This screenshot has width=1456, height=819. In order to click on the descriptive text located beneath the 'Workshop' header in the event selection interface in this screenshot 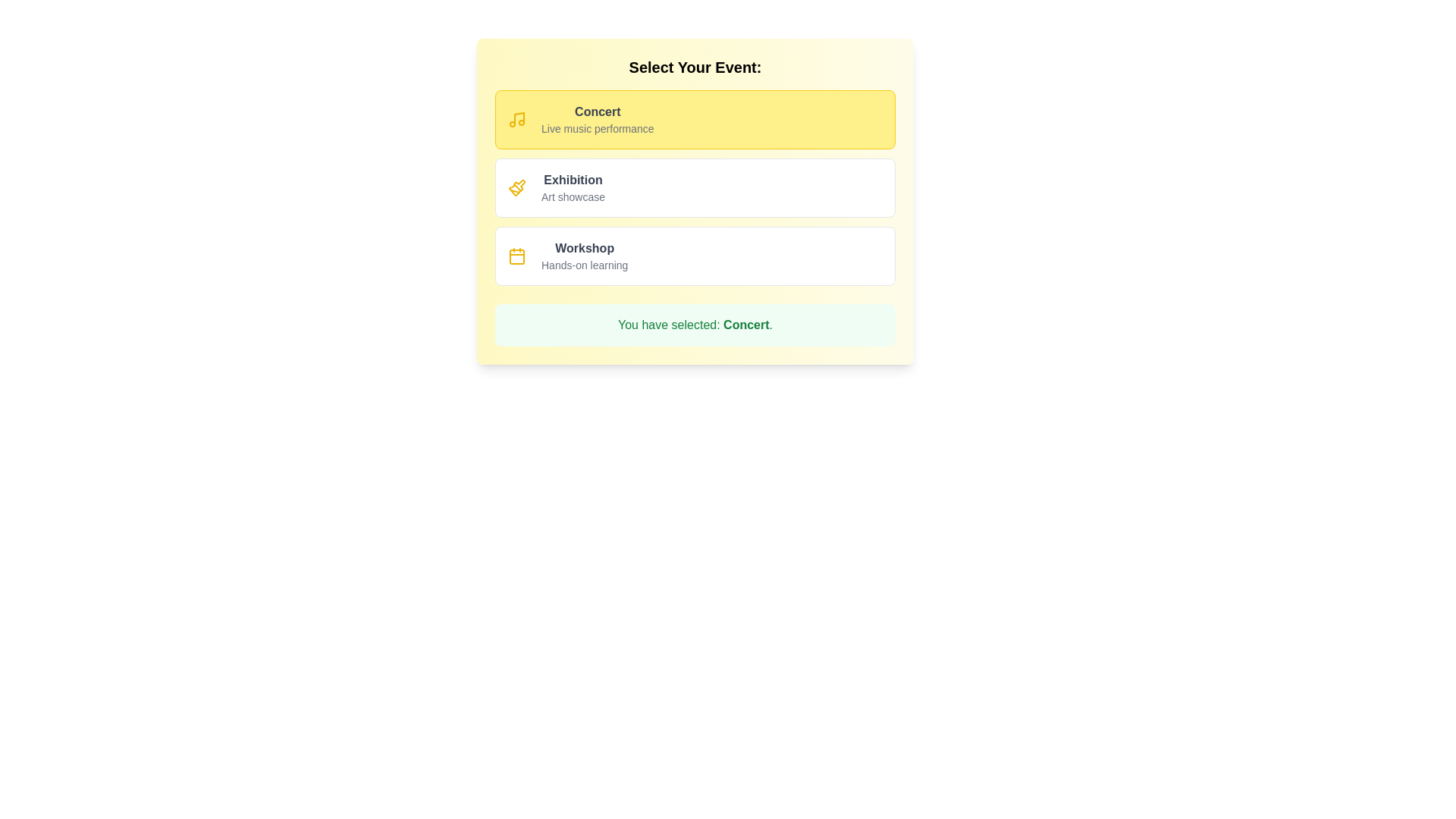, I will do `click(584, 265)`.